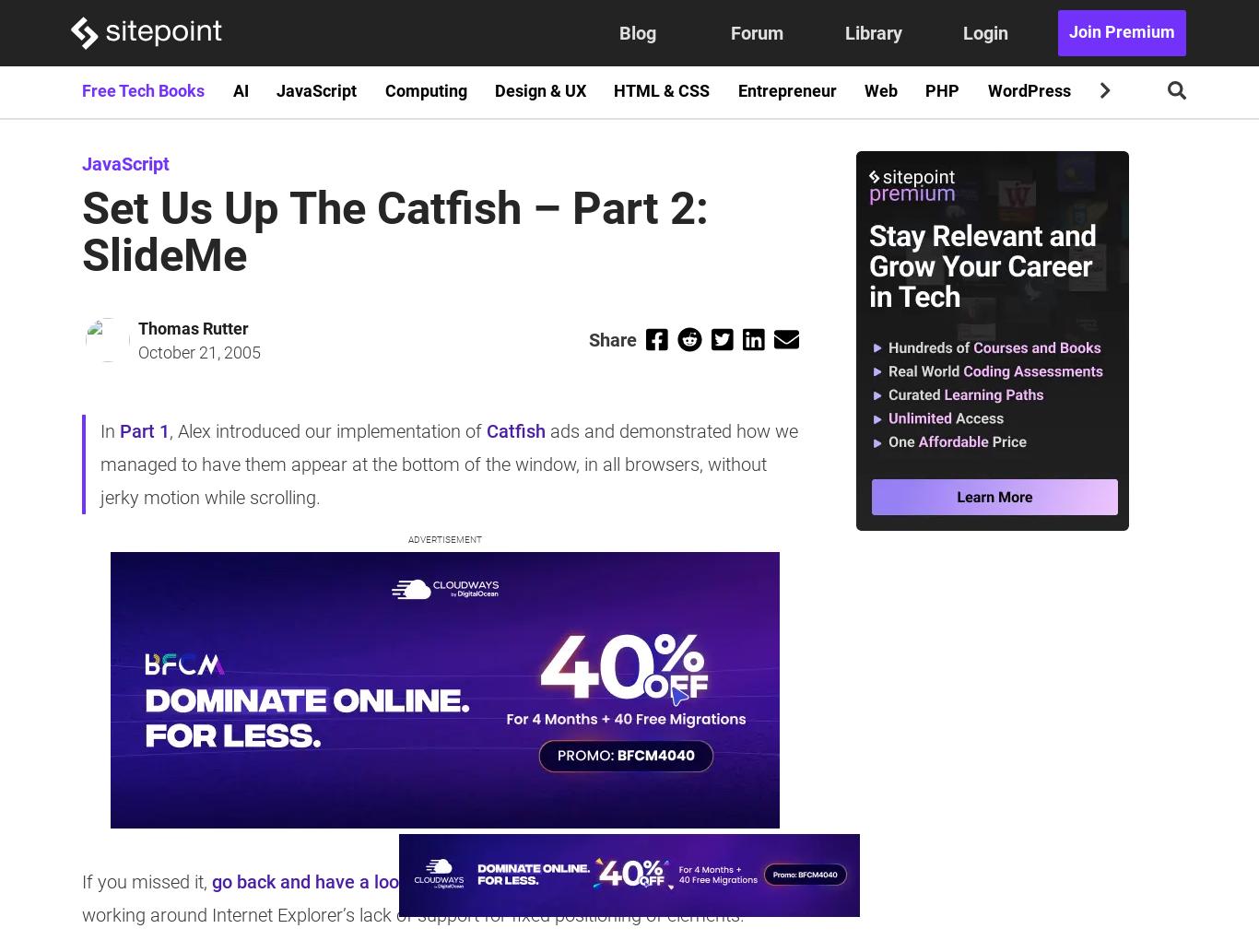 The width and height of the screenshot is (1259, 952). What do you see at coordinates (1121, 32) in the screenshot?
I see `'Join Premium'` at bounding box center [1121, 32].